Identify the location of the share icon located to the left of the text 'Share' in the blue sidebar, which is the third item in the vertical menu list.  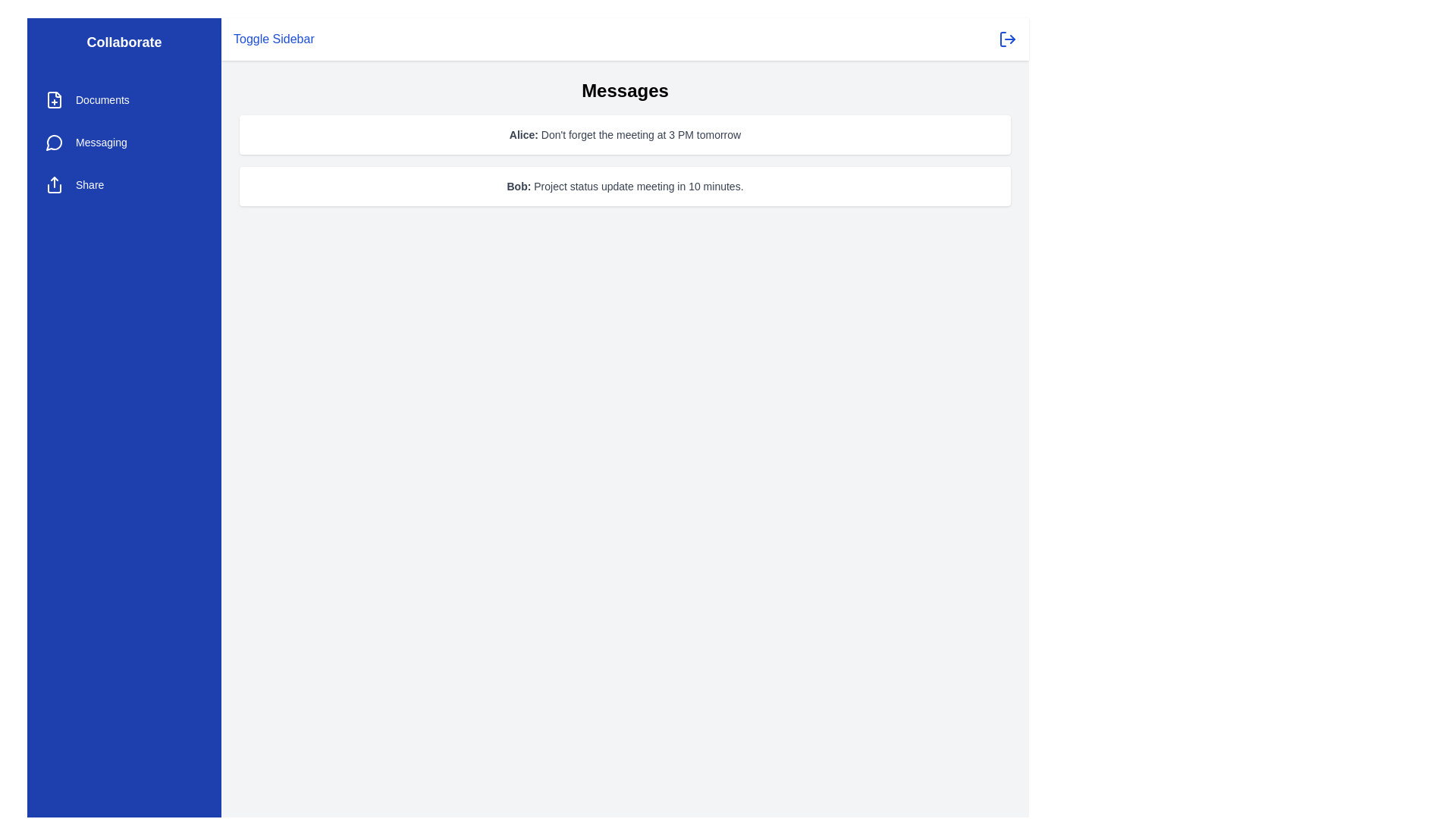
(55, 184).